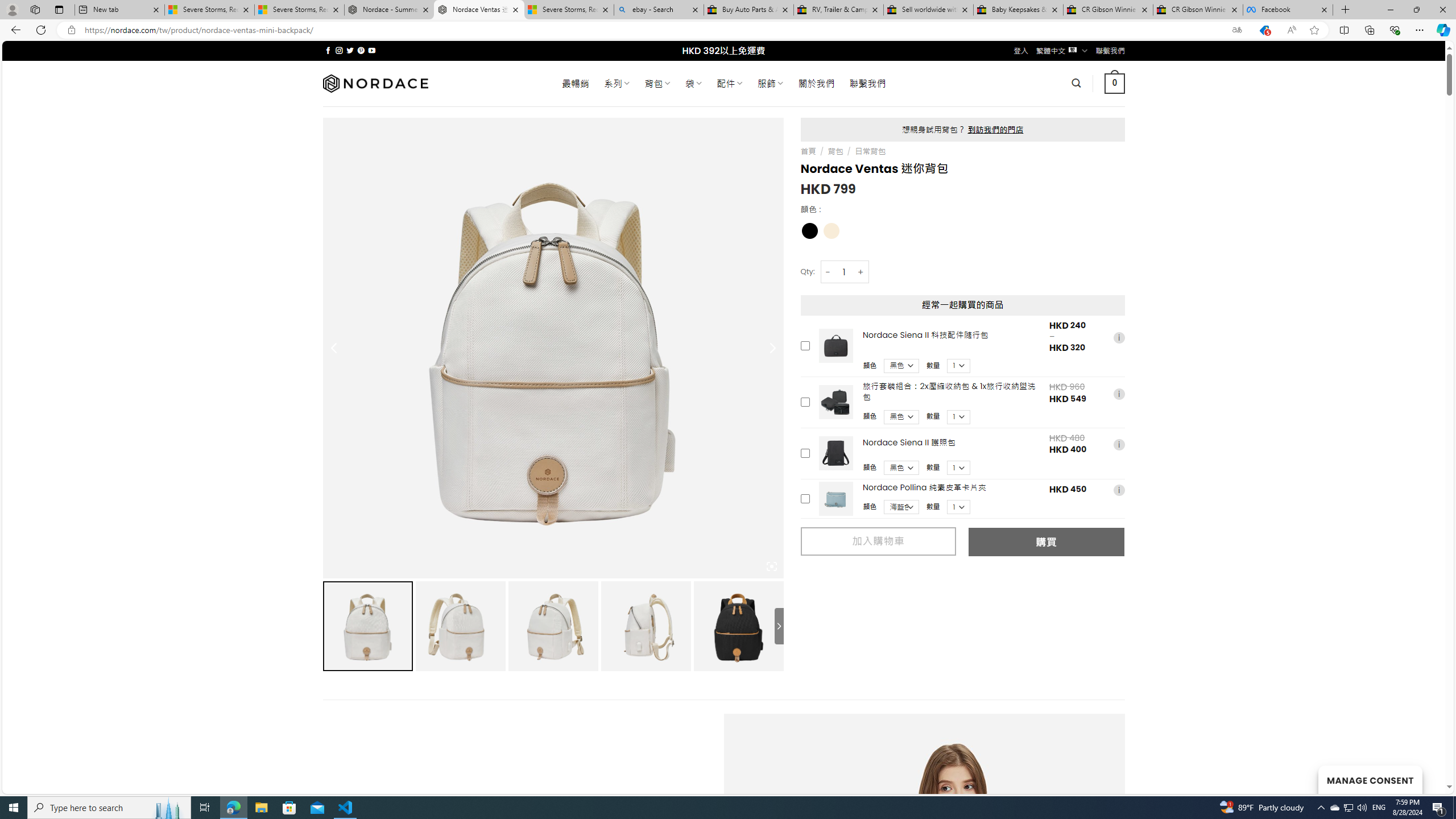 The height and width of the screenshot is (819, 1456). I want to click on 'RV, Trailer & Camper Steps & Ladders for sale | eBay', so click(838, 9).